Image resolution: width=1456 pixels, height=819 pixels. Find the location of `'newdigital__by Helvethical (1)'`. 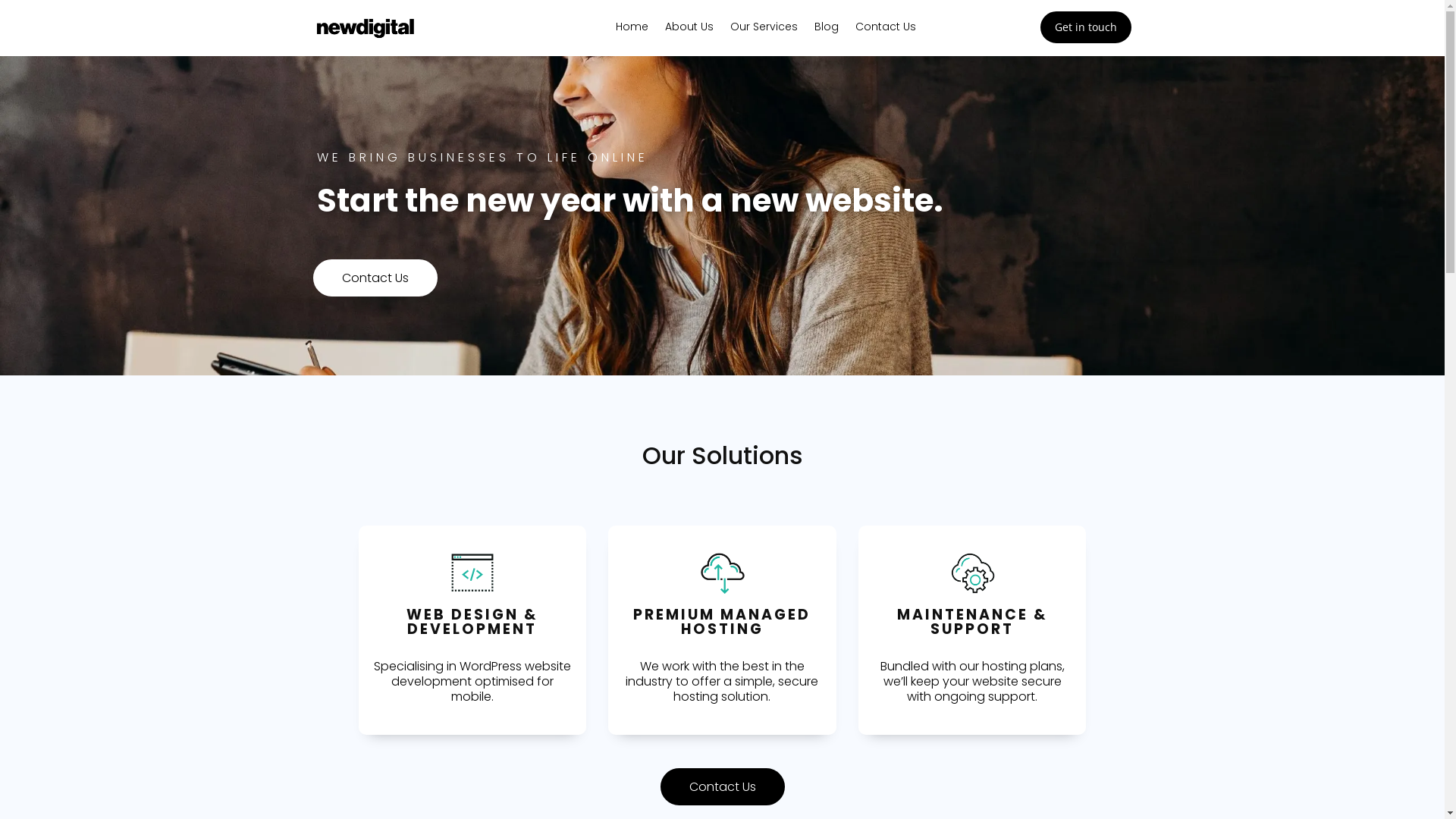

'newdigital__by Helvethical (1)' is located at coordinates (364, 28).